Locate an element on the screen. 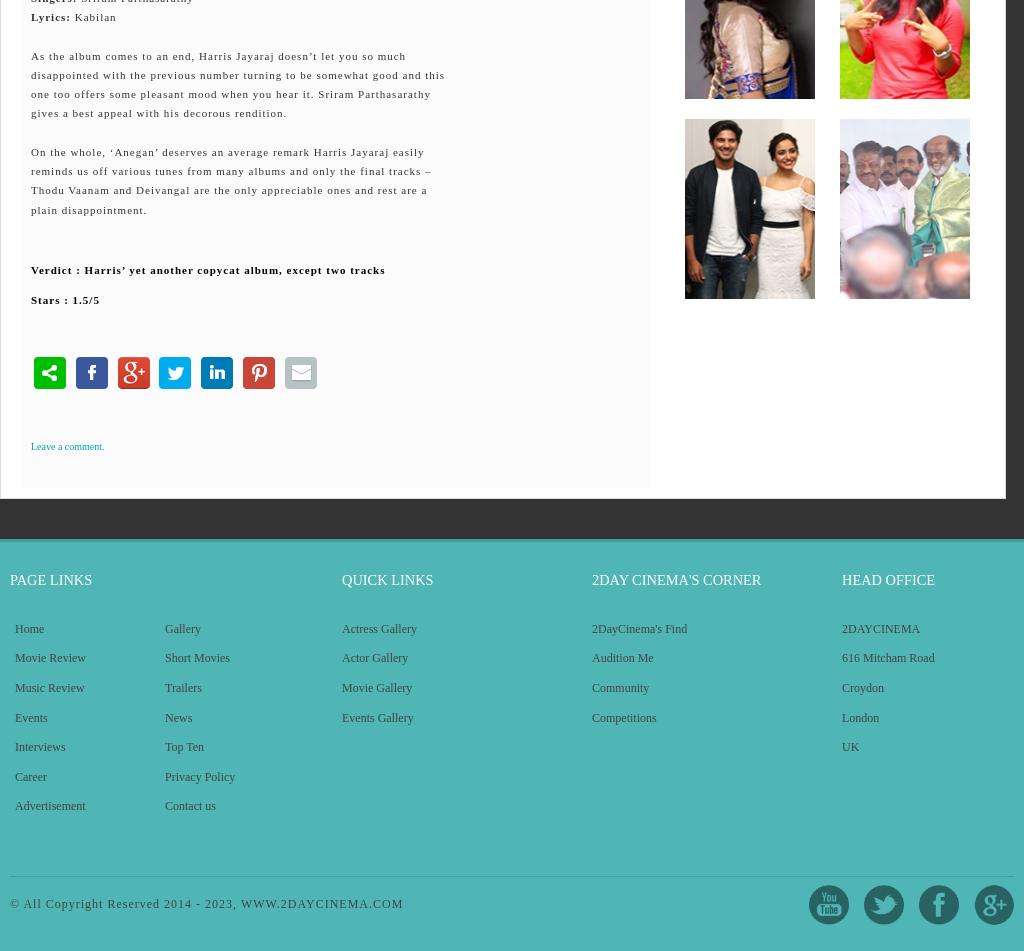 Image resolution: width=1024 pixels, height=951 pixels. 'Community' is located at coordinates (590, 686).